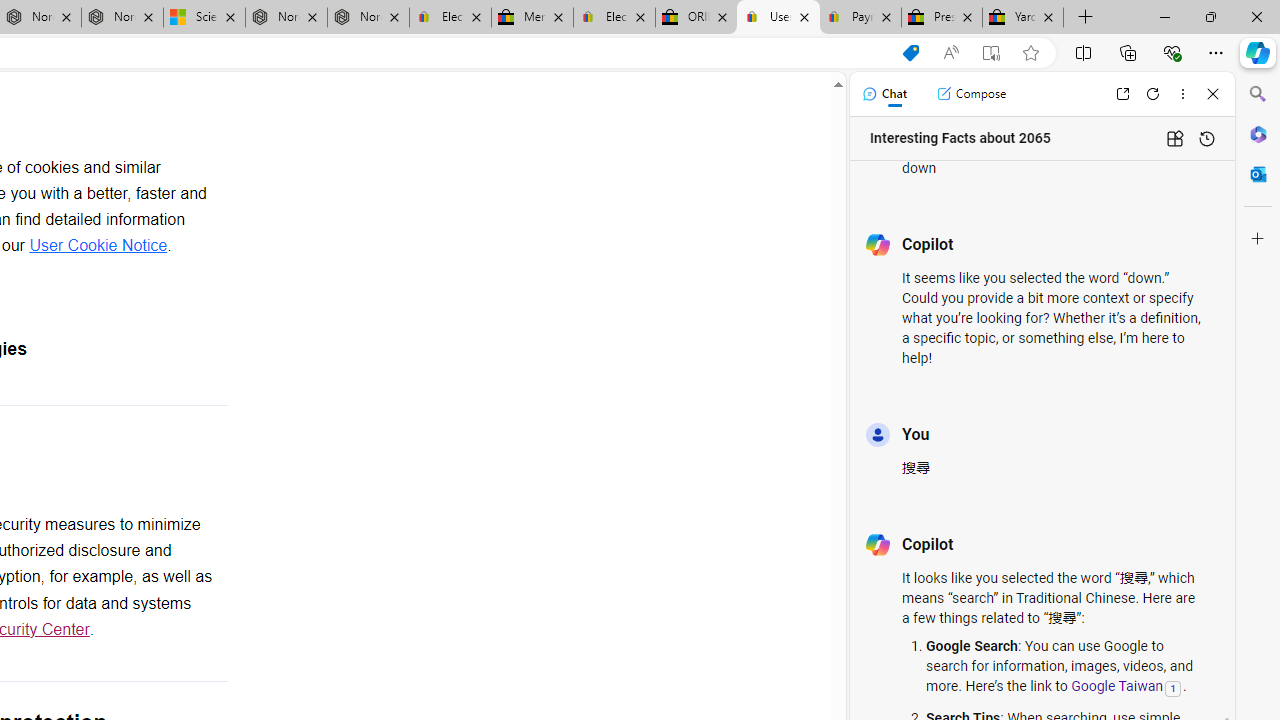 The height and width of the screenshot is (720, 1280). Describe the element at coordinates (909, 52) in the screenshot. I see `'This site has coupons! Shopping in Microsoft Edge'` at that location.